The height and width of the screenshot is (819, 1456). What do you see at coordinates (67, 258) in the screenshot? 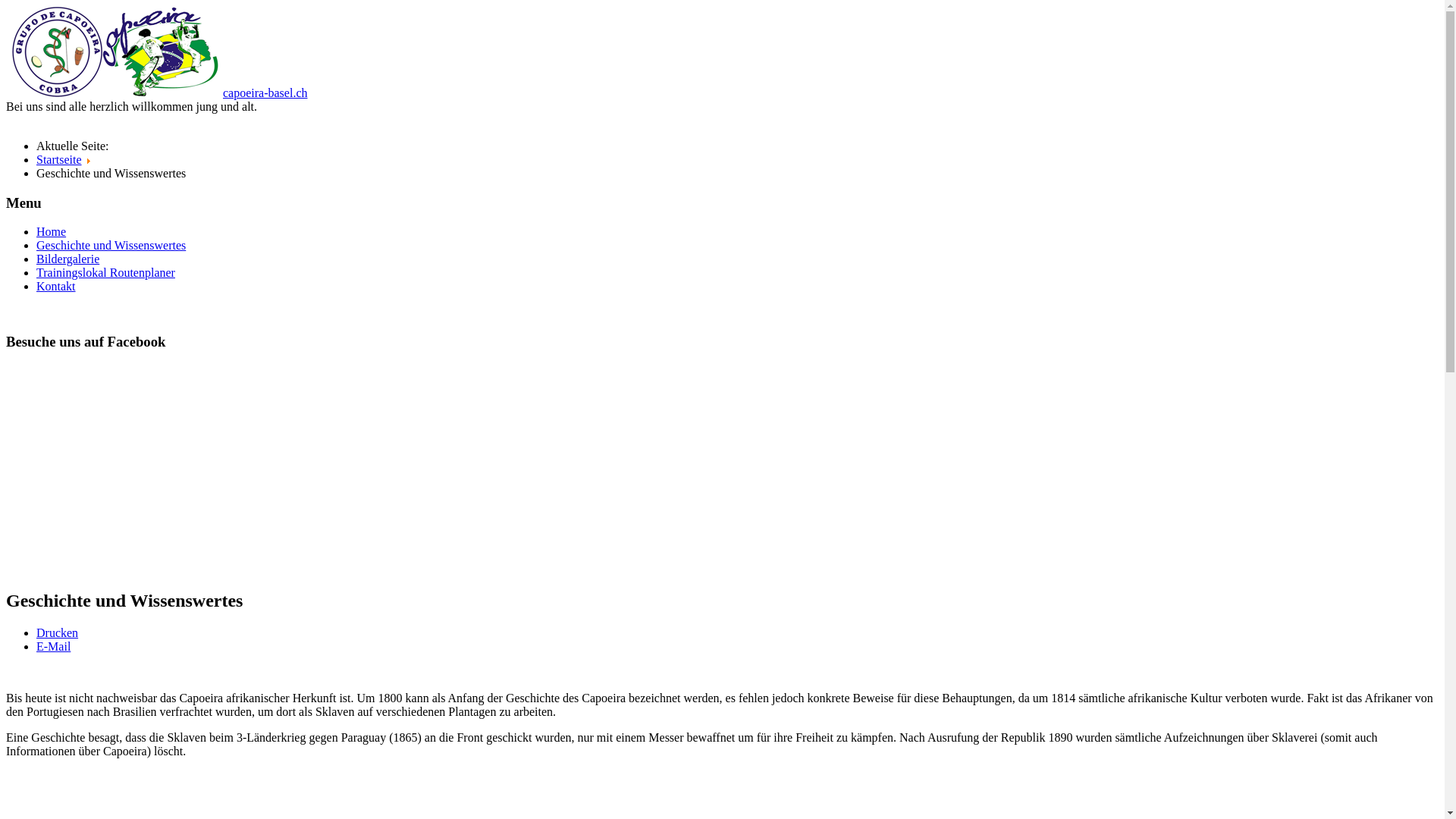
I see `'Bildergalerie'` at bounding box center [67, 258].